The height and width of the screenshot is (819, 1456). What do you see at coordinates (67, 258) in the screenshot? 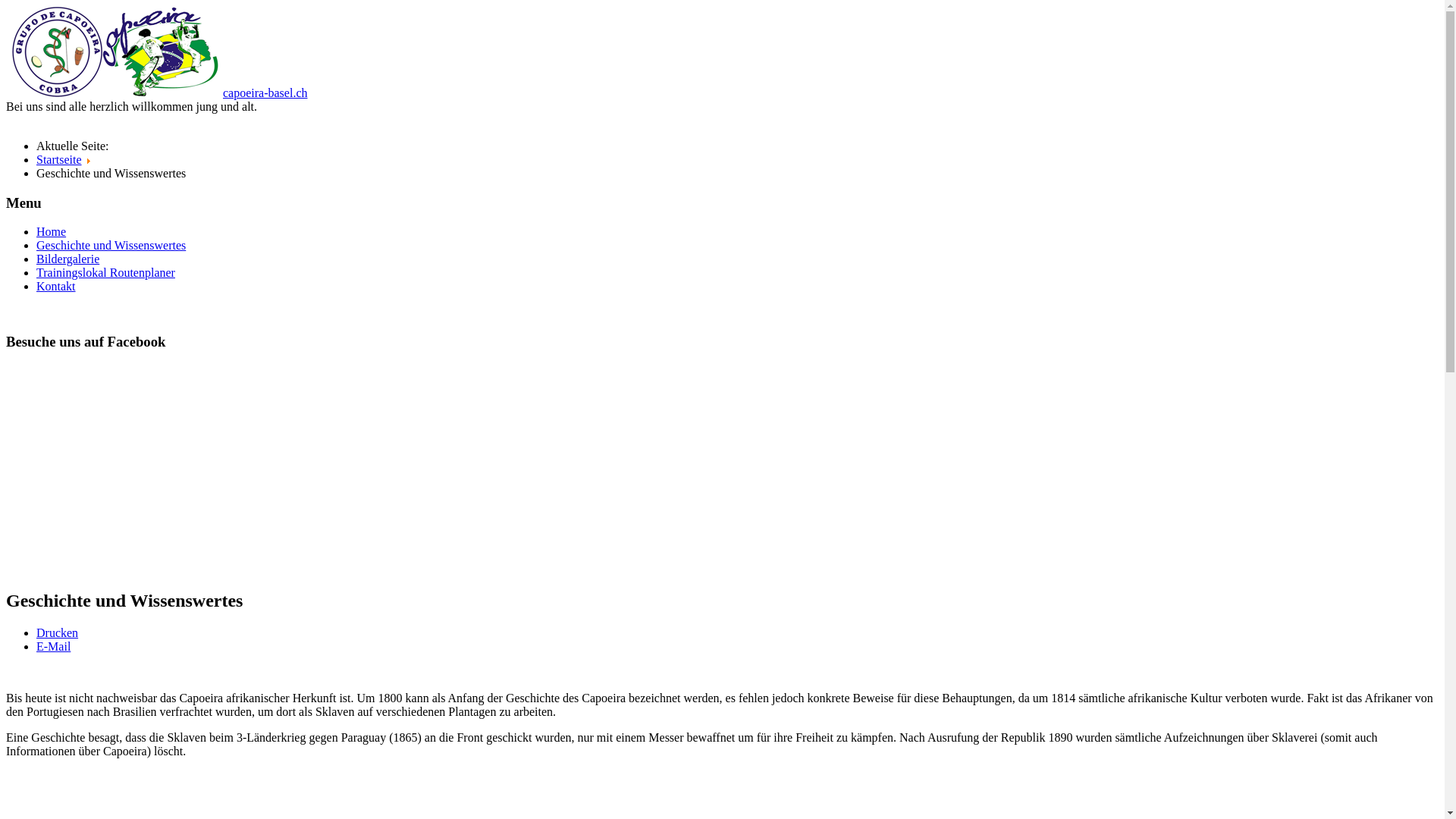
I see `'Bildergalerie'` at bounding box center [67, 258].